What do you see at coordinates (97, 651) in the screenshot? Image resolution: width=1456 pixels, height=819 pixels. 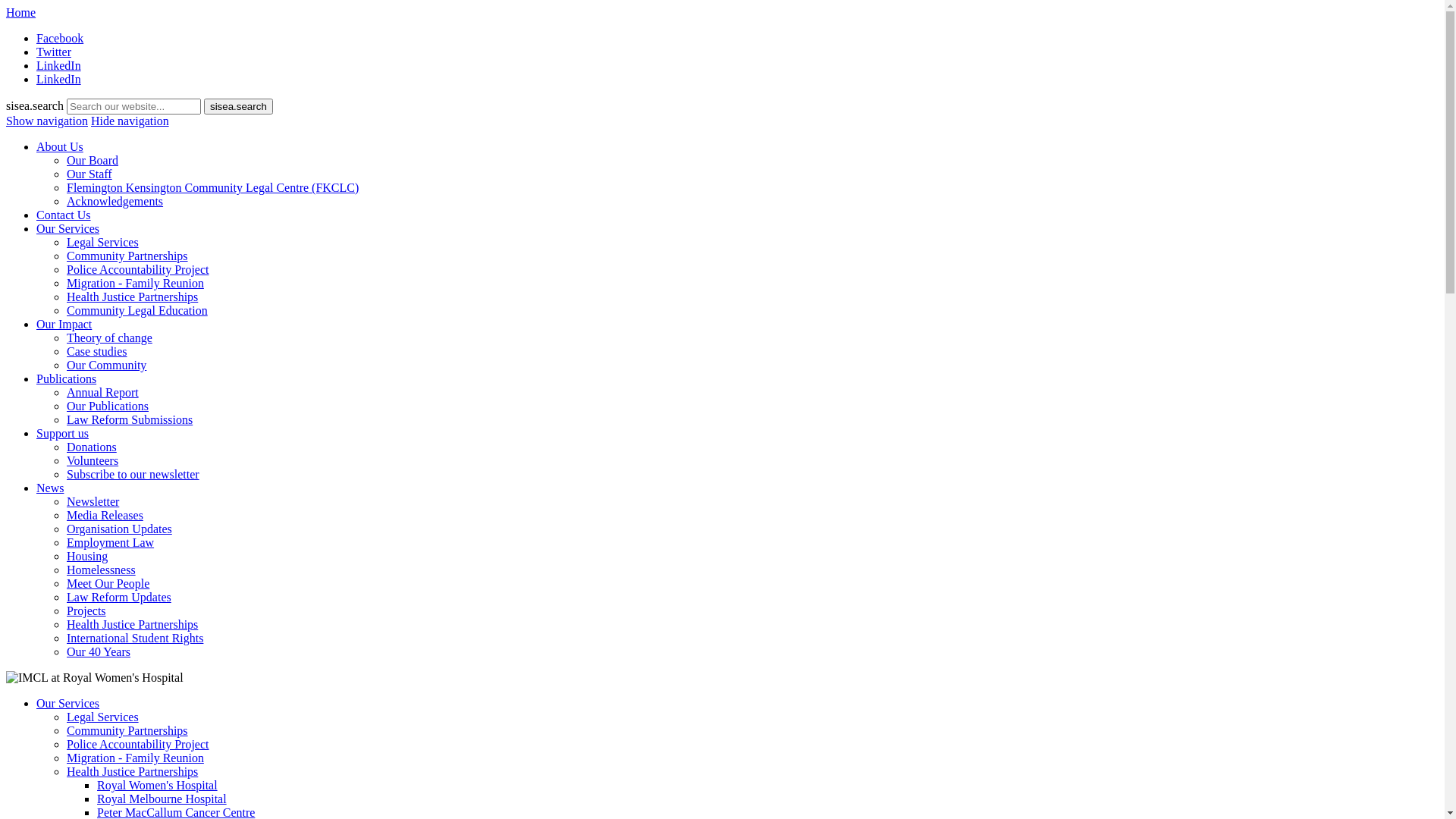 I see `'Our 40 Years'` at bounding box center [97, 651].